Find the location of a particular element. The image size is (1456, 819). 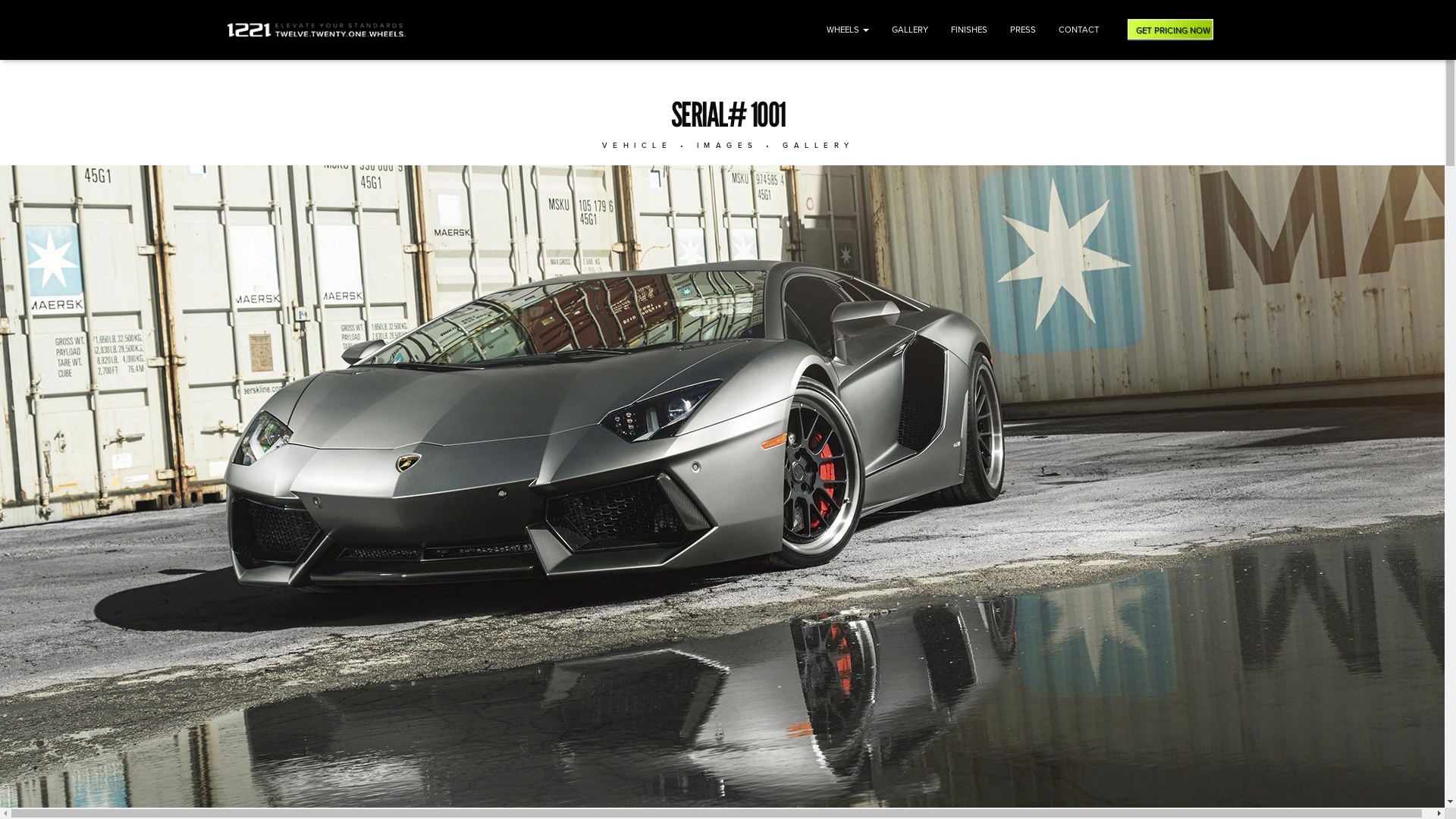

'1221 Wheels' is located at coordinates (315, 30).